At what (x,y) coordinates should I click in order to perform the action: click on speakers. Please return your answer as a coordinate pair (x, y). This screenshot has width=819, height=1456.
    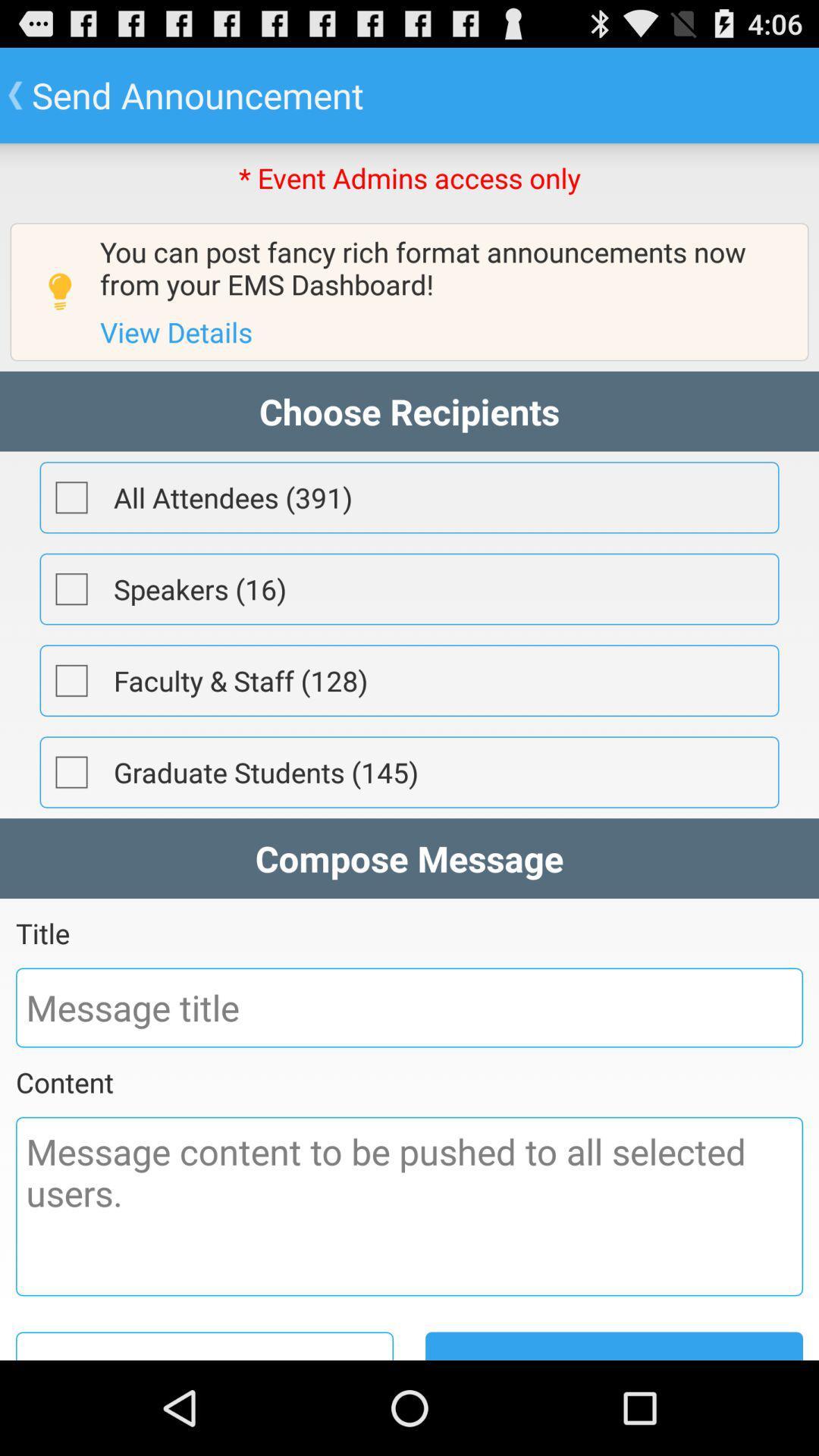
    Looking at the image, I should click on (71, 588).